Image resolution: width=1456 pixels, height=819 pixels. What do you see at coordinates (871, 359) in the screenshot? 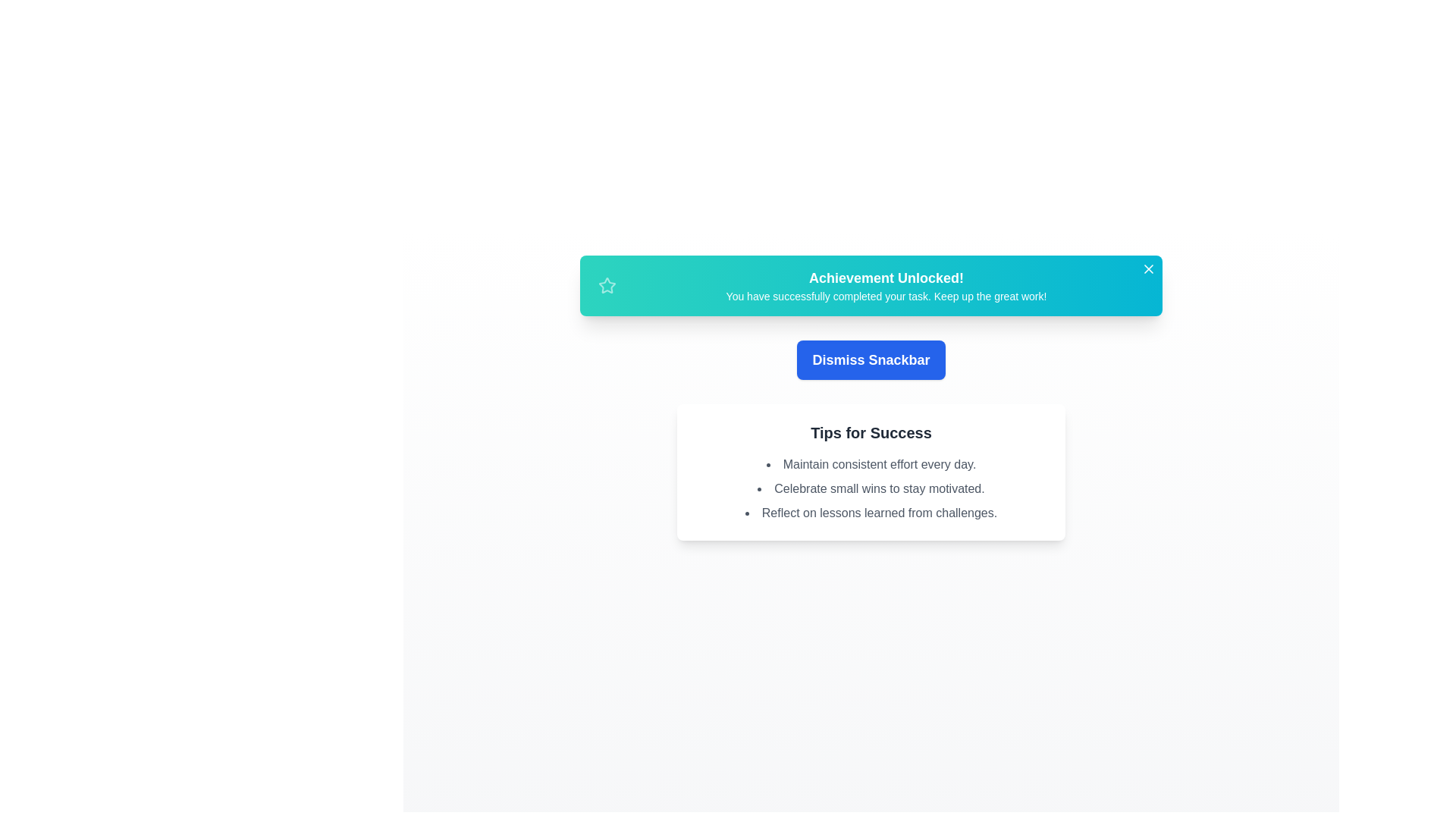
I see `the 'Dismiss Snackbar' button to toggle the snackbar` at bounding box center [871, 359].